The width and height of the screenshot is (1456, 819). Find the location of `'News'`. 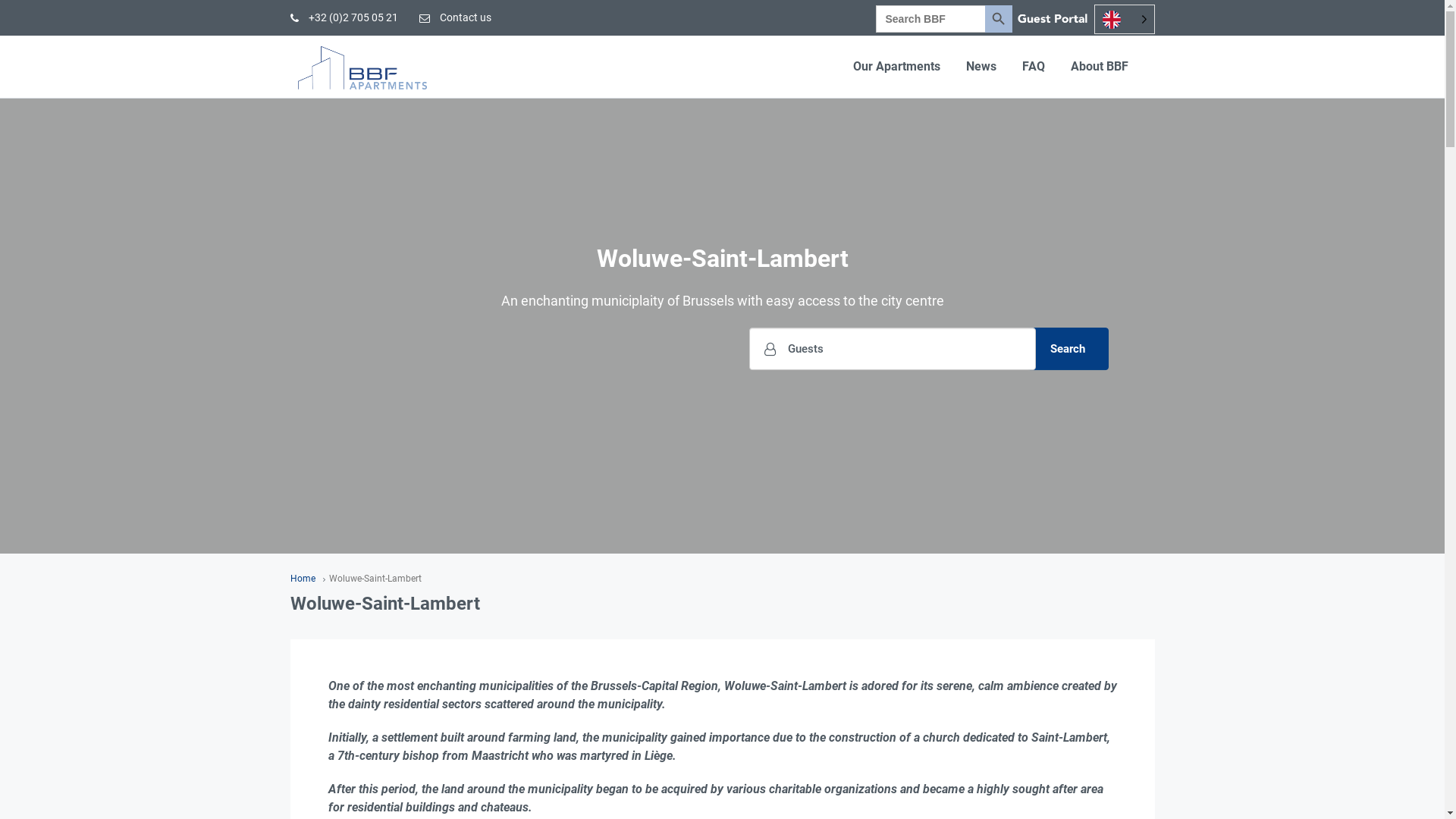

'News' is located at coordinates (980, 66).